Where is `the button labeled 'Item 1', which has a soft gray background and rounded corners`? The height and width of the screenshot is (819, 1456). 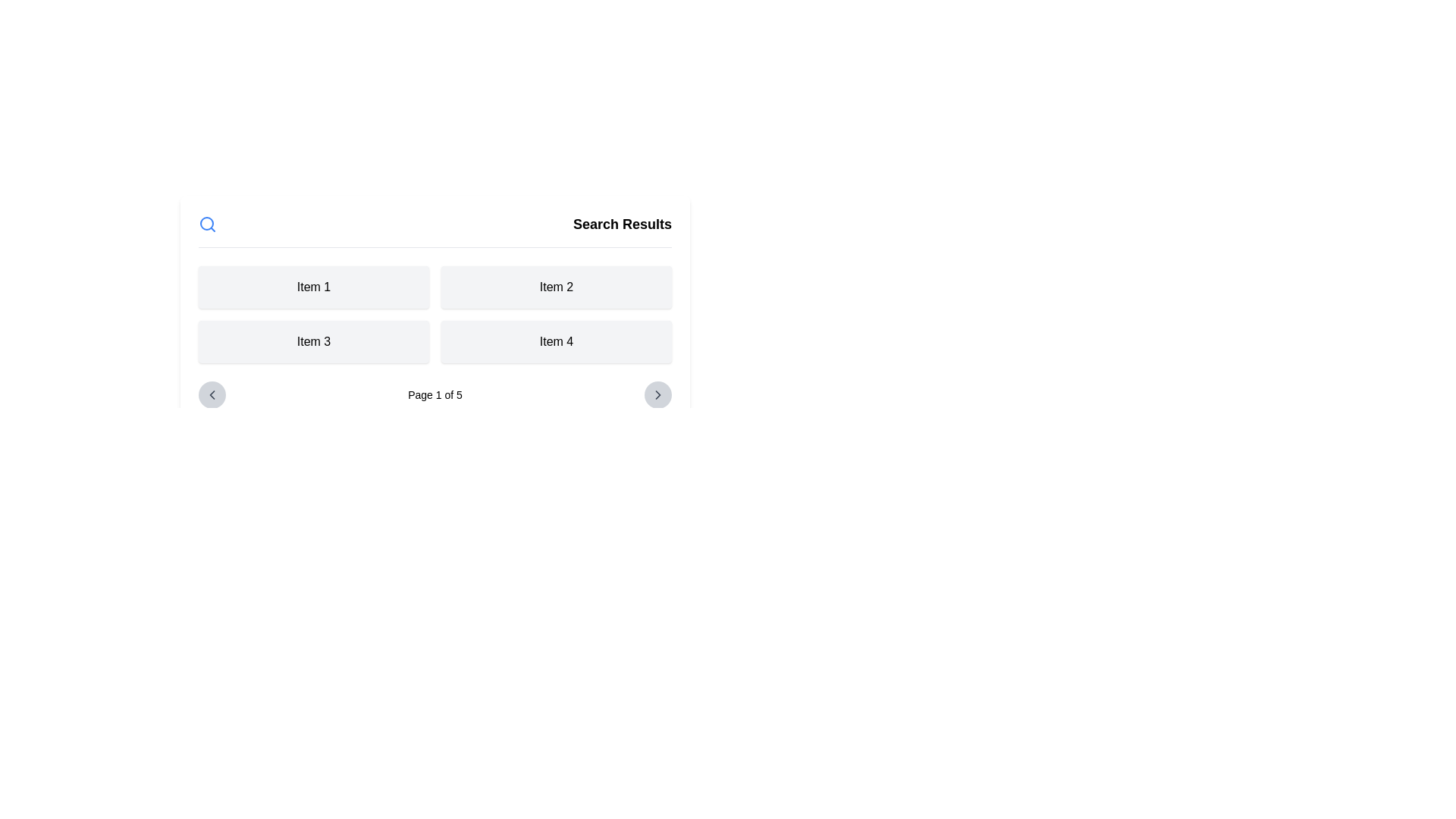
the button labeled 'Item 1', which has a soft gray background and rounded corners is located at coordinates (312, 287).